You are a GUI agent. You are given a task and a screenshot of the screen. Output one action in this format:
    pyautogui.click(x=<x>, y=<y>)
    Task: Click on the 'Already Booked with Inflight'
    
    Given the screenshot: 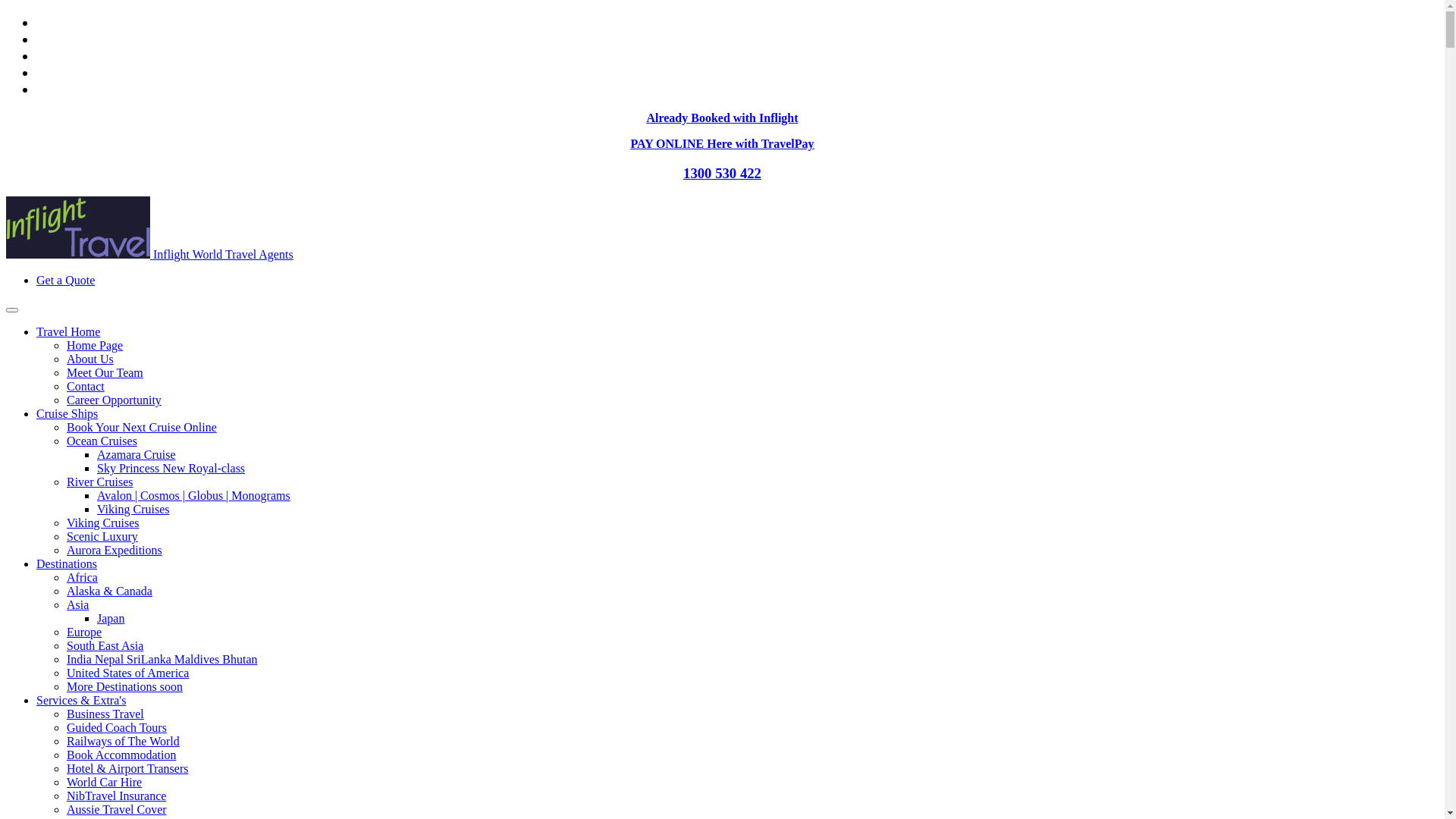 What is the action you would take?
    pyautogui.click(x=720, y=117)
    